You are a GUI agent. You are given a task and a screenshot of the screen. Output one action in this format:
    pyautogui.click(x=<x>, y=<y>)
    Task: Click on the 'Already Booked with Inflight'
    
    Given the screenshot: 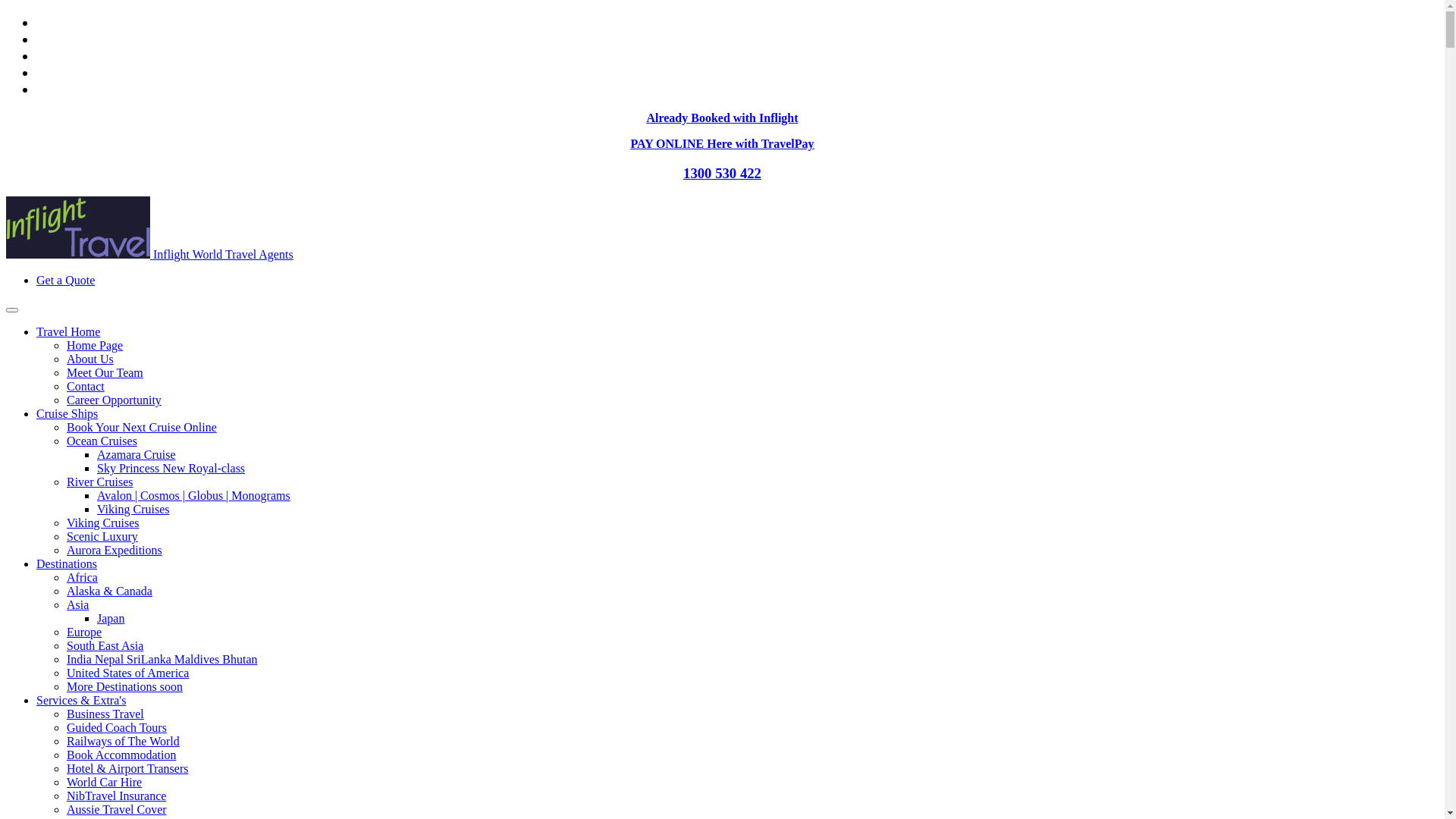 What is the action you would take?
    pyautogui.click(x=720, y=117)
    